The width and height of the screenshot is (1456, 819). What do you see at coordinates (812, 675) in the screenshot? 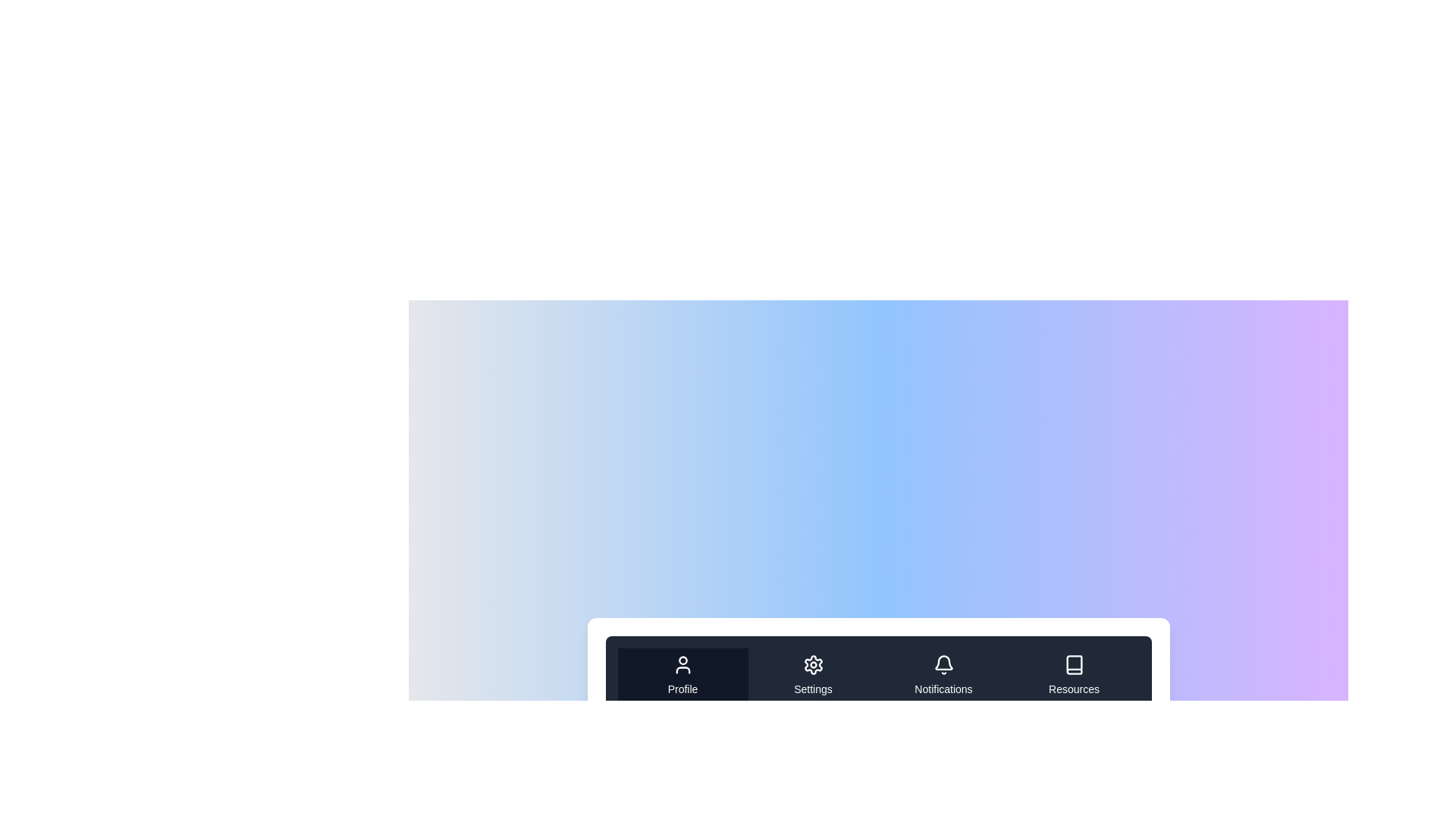
I see `the tab labeled Settings to navigate to its content` at bounding box center [812, 675].